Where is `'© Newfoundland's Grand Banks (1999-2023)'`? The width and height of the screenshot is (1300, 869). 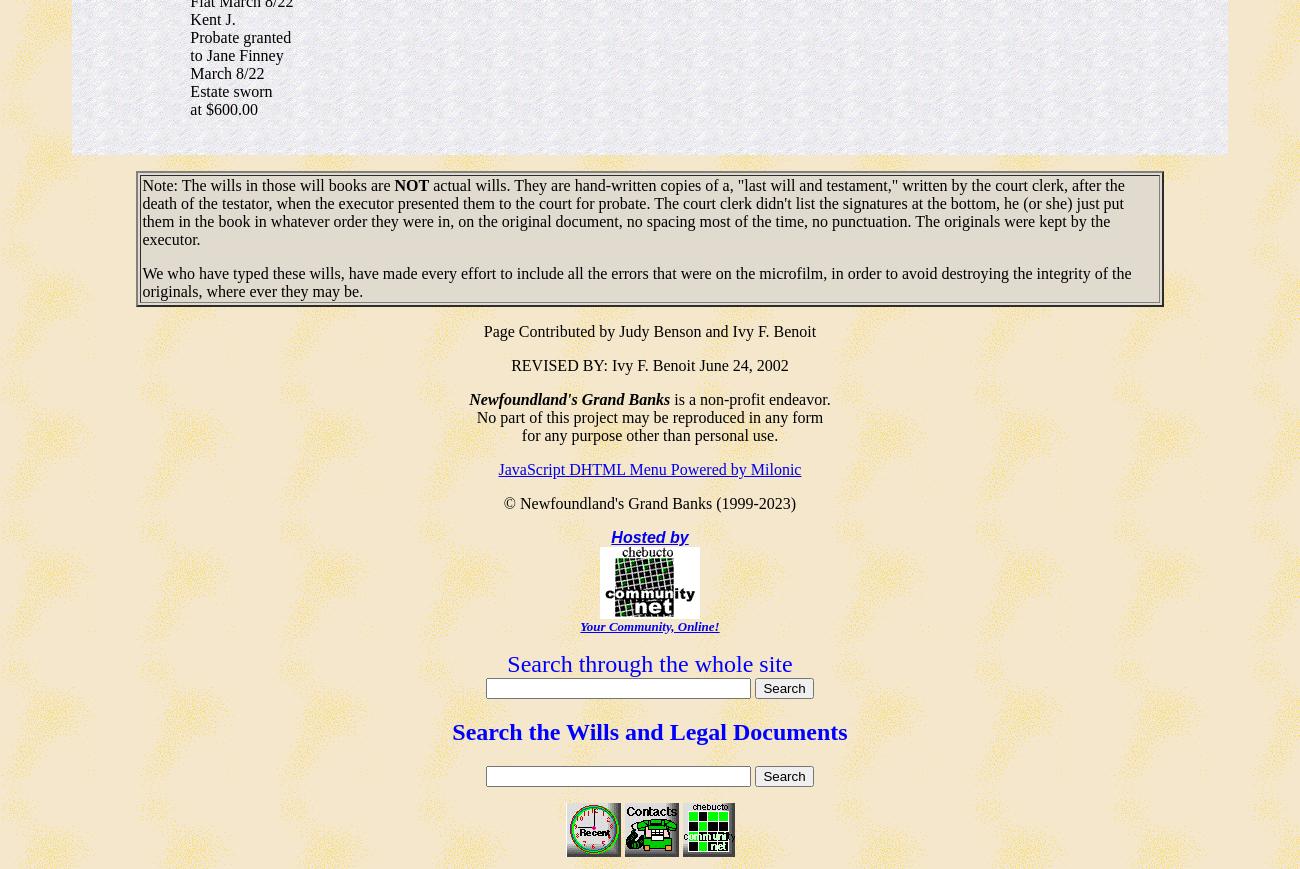 '© Newfoundland's Grand Banks (1999-2023)' is located at coordinates (649, 502).